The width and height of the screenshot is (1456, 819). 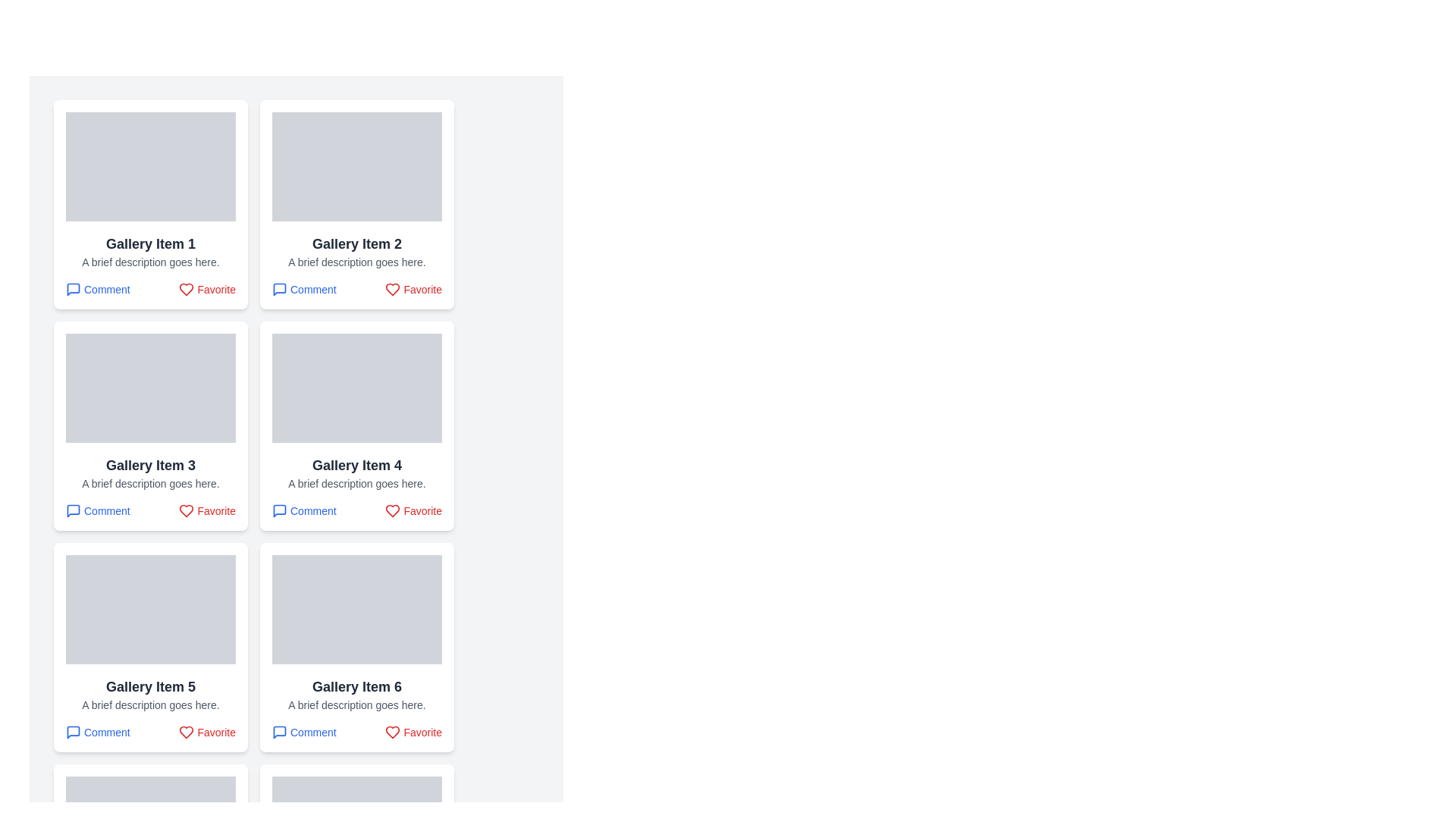 What do you see at coordinates (72, 731) in the screenshot?
I see `the commenting icon for 'Gallery Item 5', which is located at the bottom-left corner of the card, next to the 'Favorite' heart icon` at bounding box center [72, 731].